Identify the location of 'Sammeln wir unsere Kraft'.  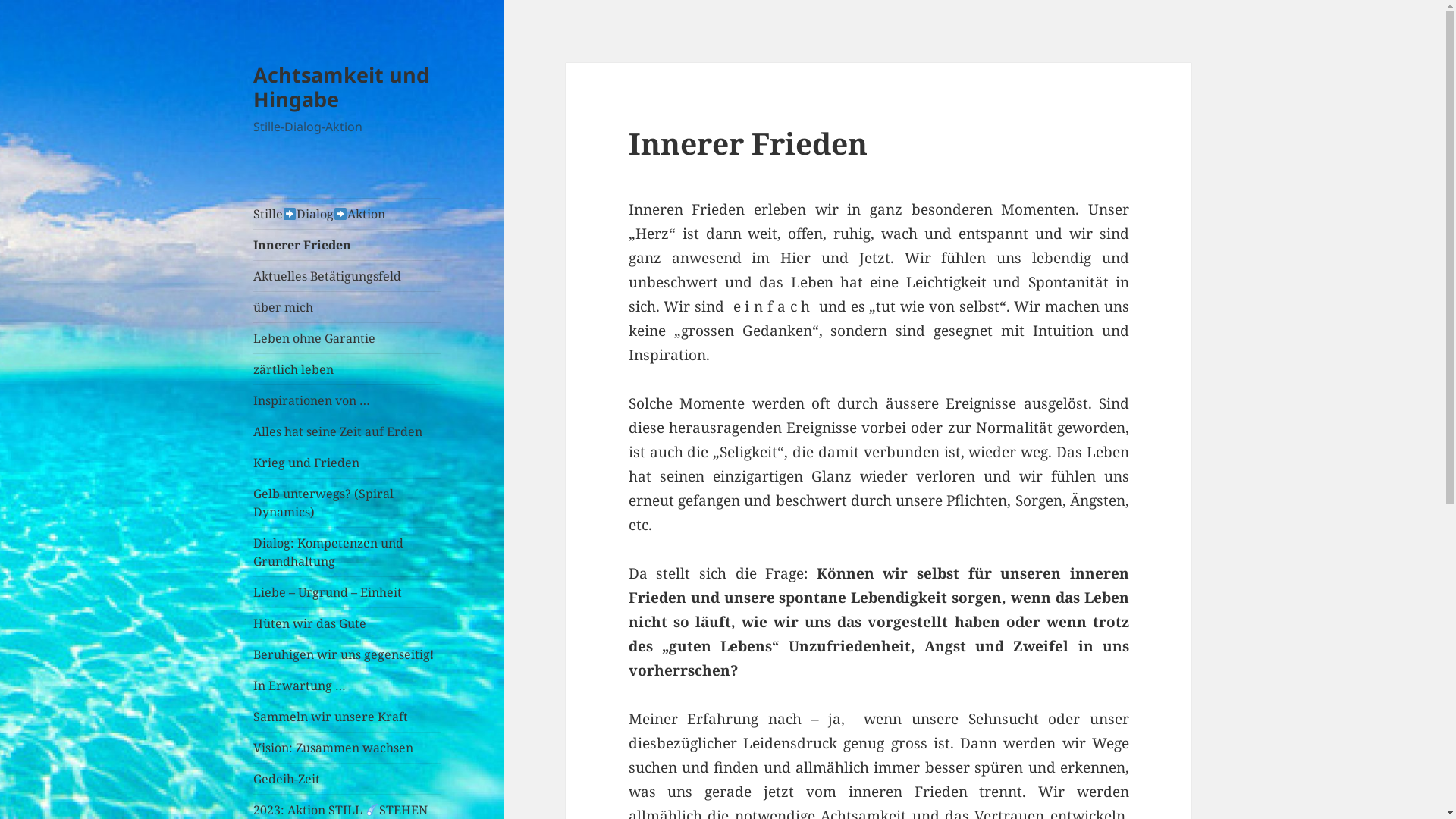
(346, 717).